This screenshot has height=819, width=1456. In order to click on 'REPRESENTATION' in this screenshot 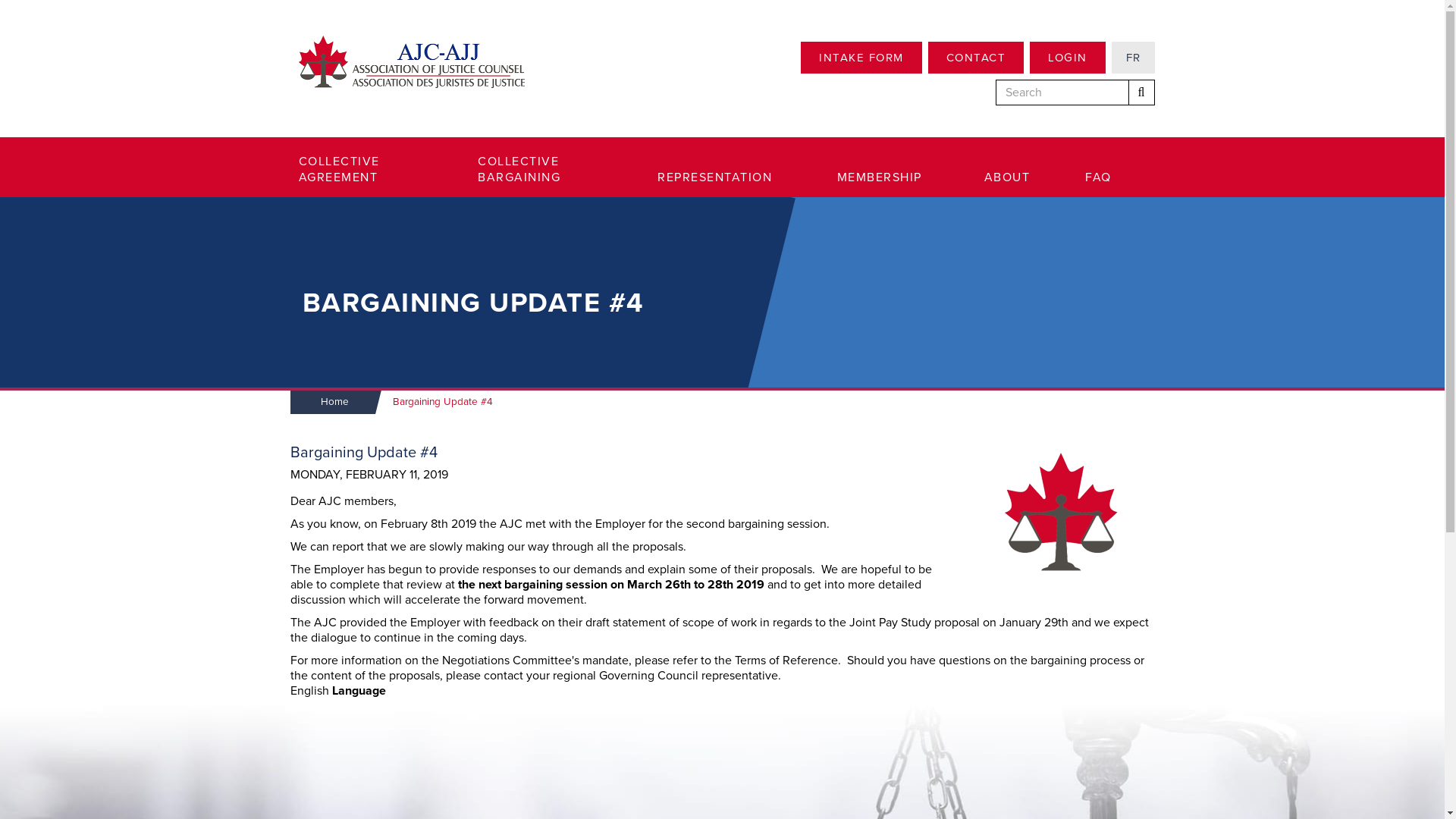, I will do `click(657, 177)`.